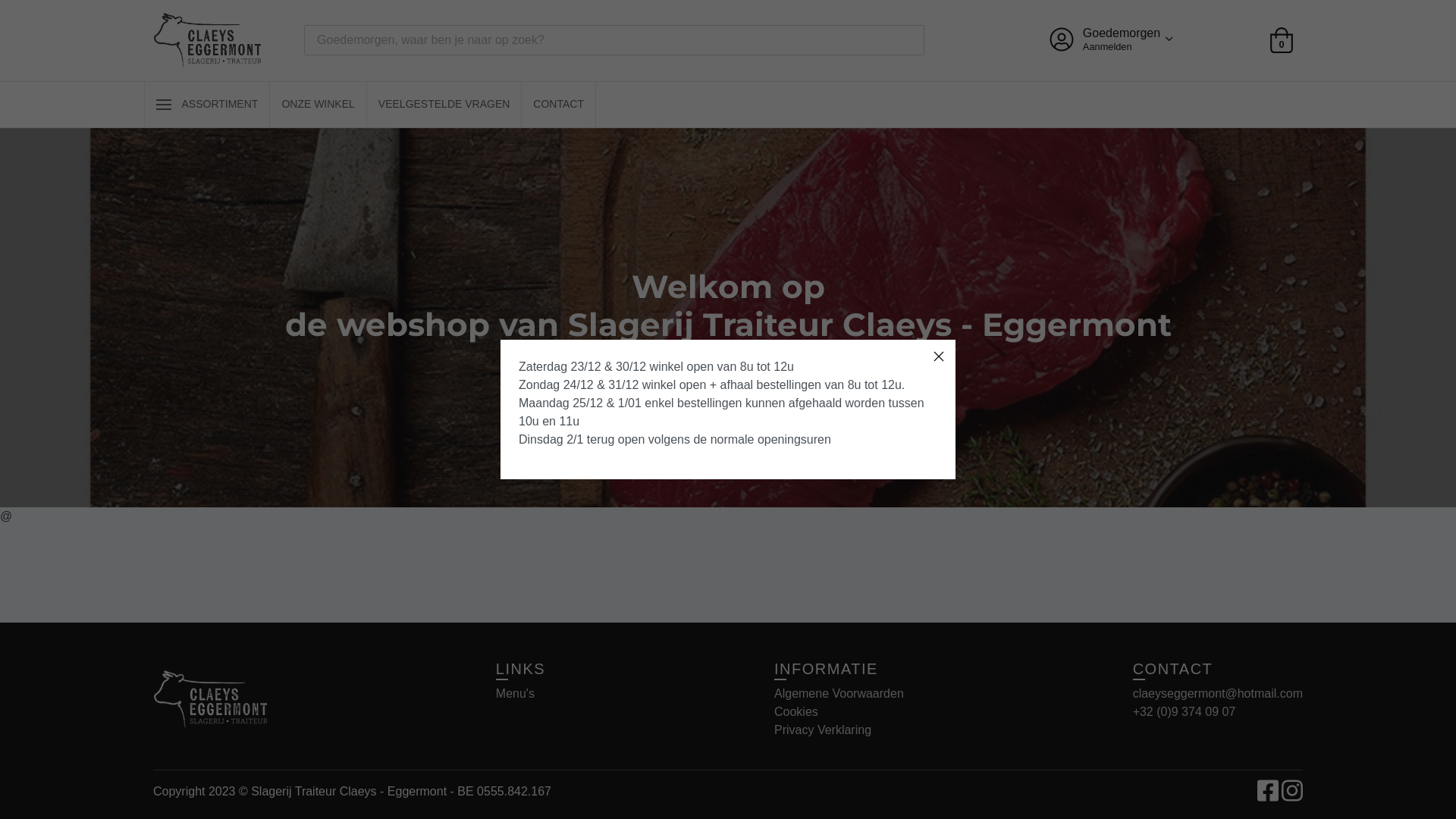  Describe the element at coordinates (1183, 711) in the screenshot. I see `'+32 (0)9 374 09 07'` at that location.